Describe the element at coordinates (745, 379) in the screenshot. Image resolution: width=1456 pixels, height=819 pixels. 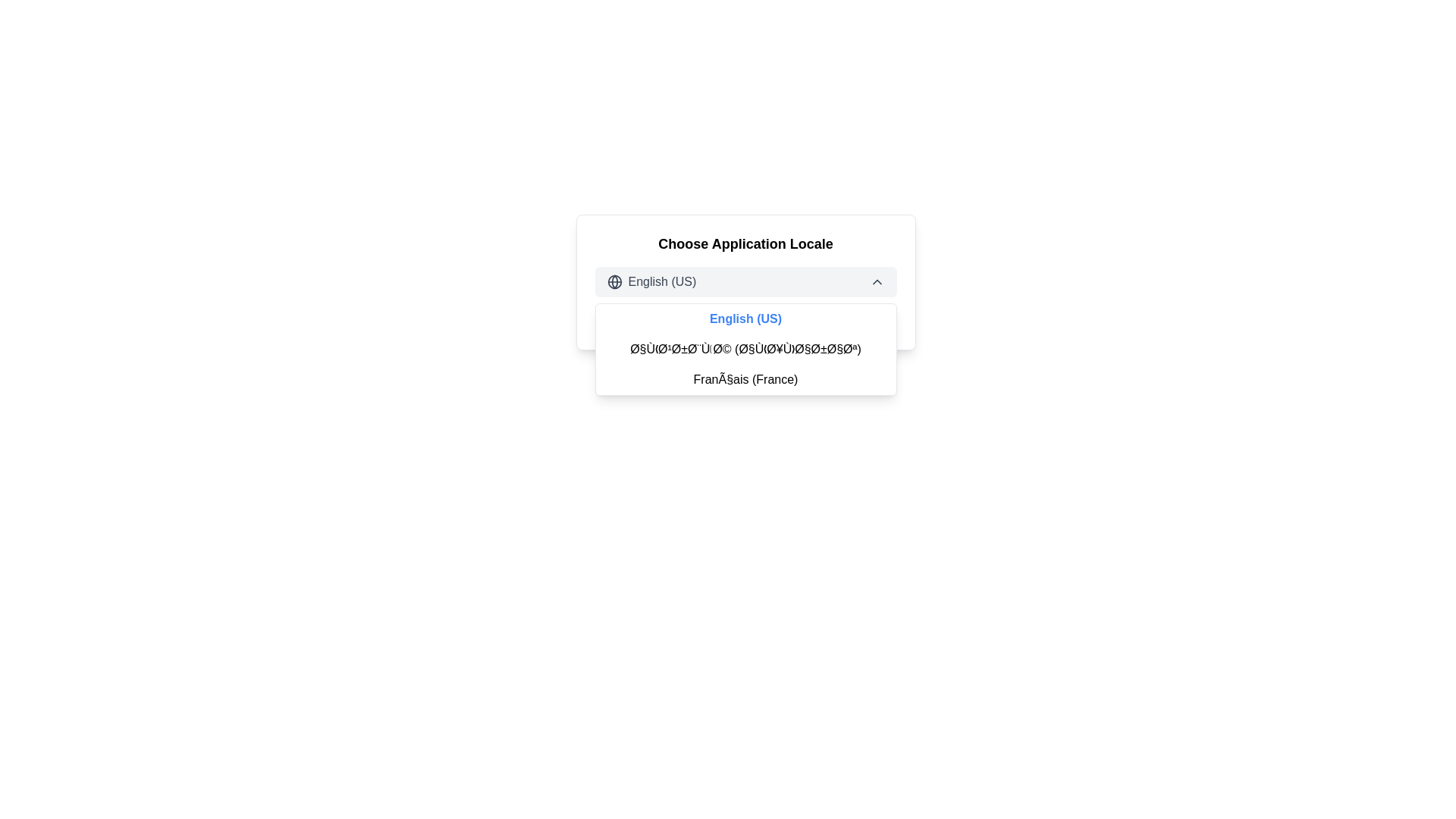
I see `the list item labeled 'Français (France)' in the dropdown menu` at that location.